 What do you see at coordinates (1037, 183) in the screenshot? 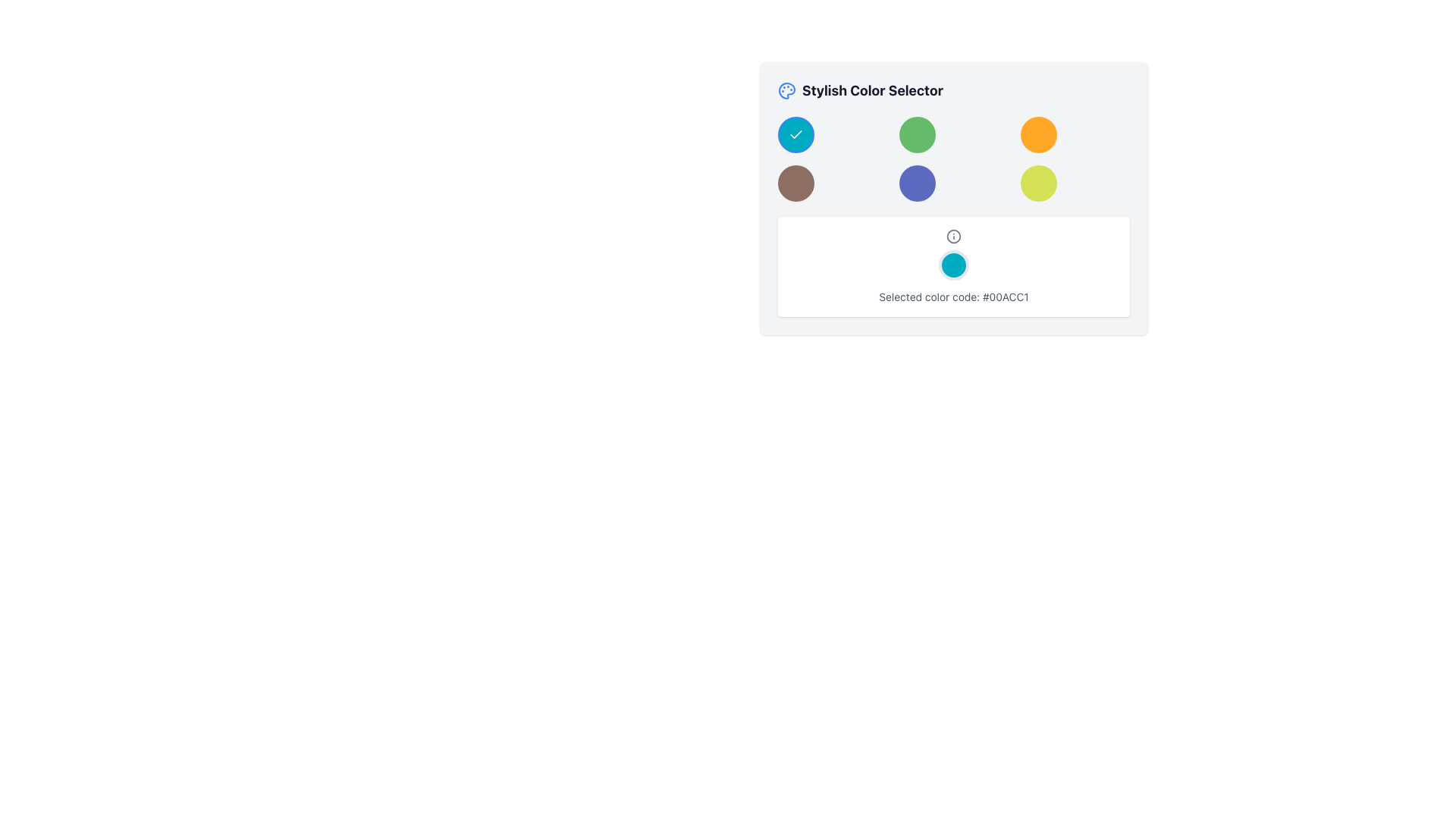
I see `the color selection button located in the bottom-right corner of a 3x3 grid, which is the third circular button in the last row` at bounding box center [1037, 183].